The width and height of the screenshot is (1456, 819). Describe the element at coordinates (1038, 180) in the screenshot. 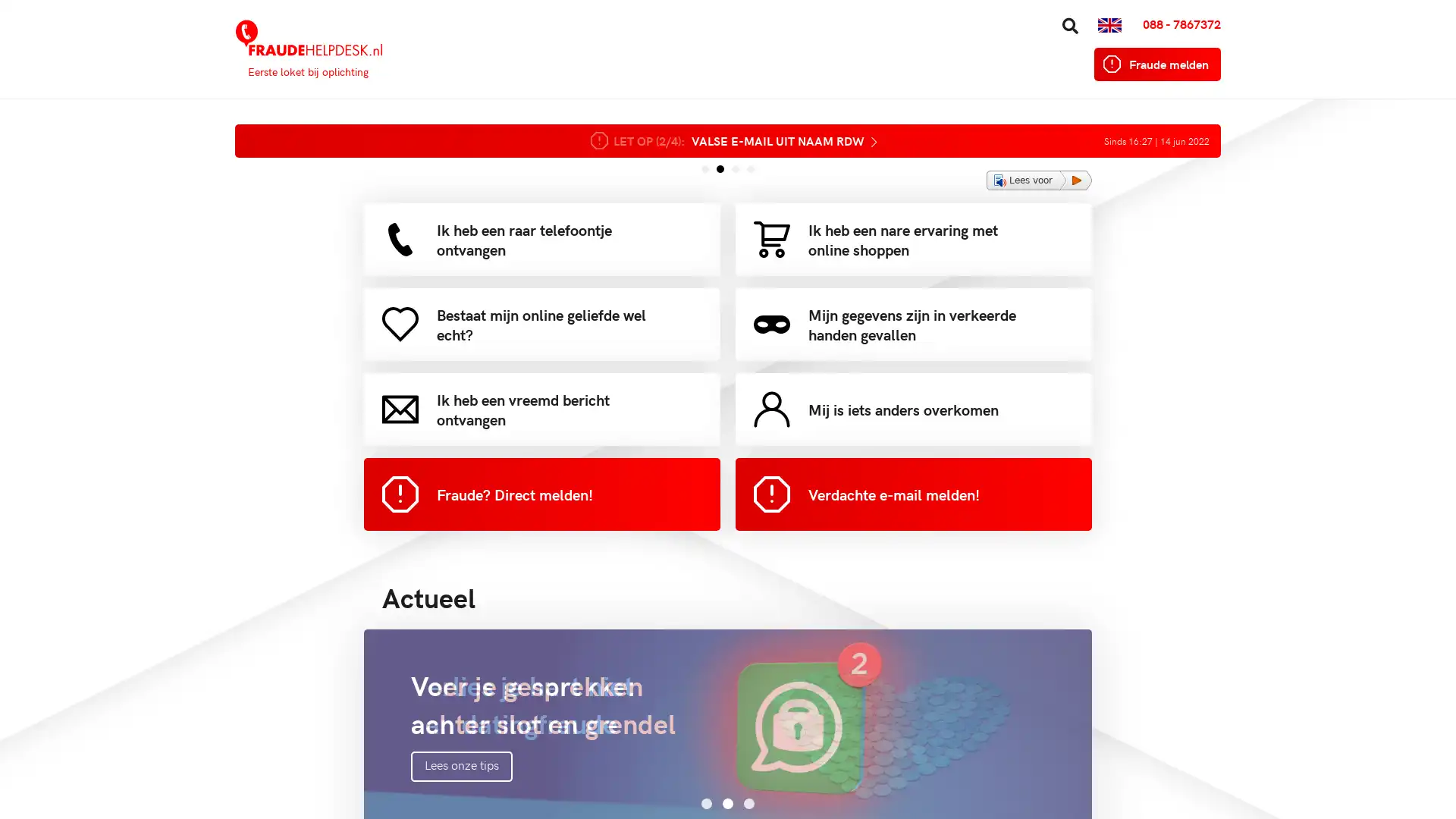

I see `Lees voor` at that location.